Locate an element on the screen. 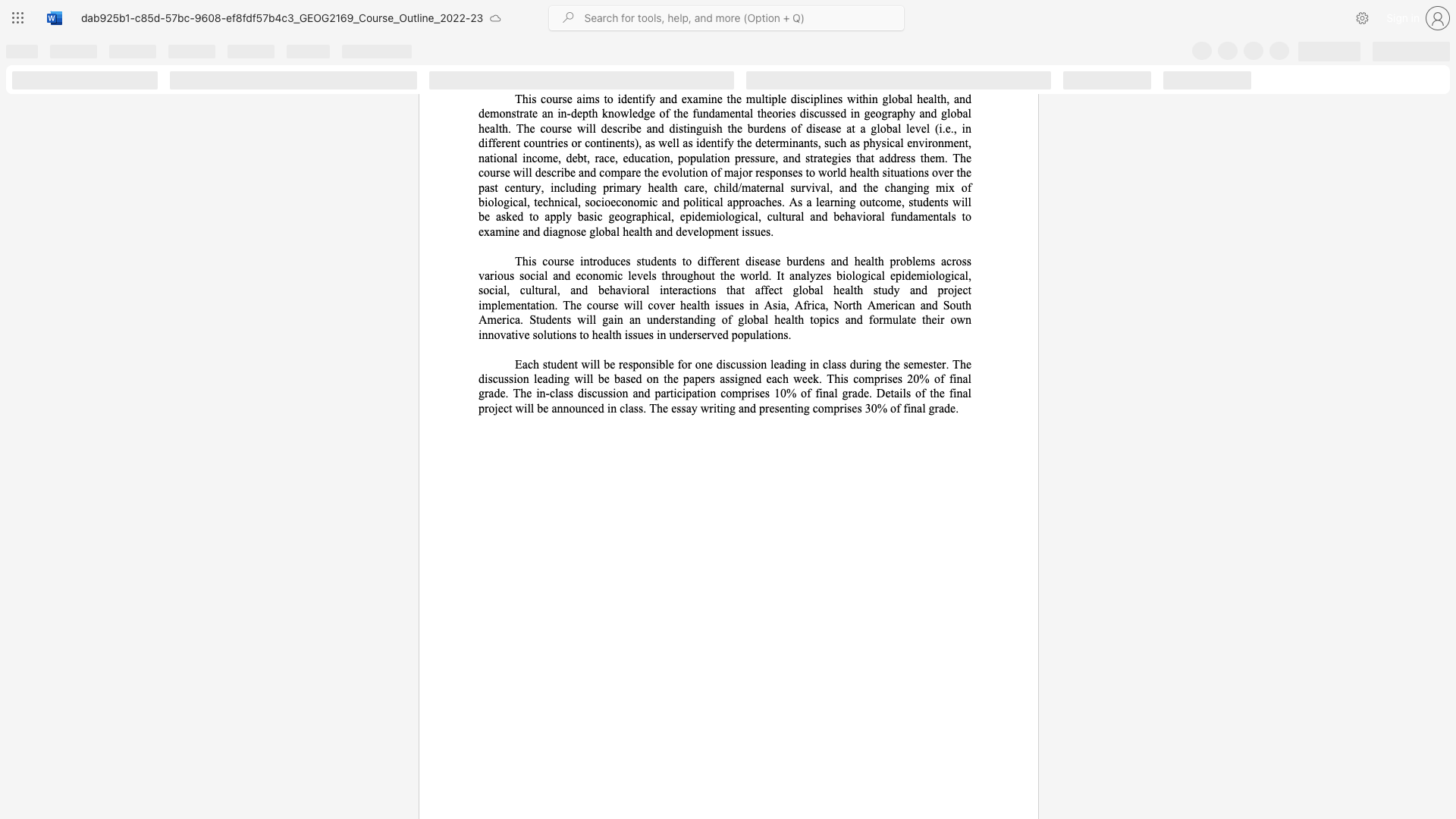 The width and height of the screenshot is (1456, 819). the subset text "n in-depth knowledge of the fundamental theories discussed in geography and global health. The course will describe and distinguish the burdens of disease at a global level (i." within the text "This course aims to identify and examine the multiple disciplines within global health, and demonstrate an in-depth knowledge of the fundamental theories discussed in geography and global health. The course will describe and distinguish the burdens of disease at a global level (i.e., in different" is located at coordinates (546, 112).